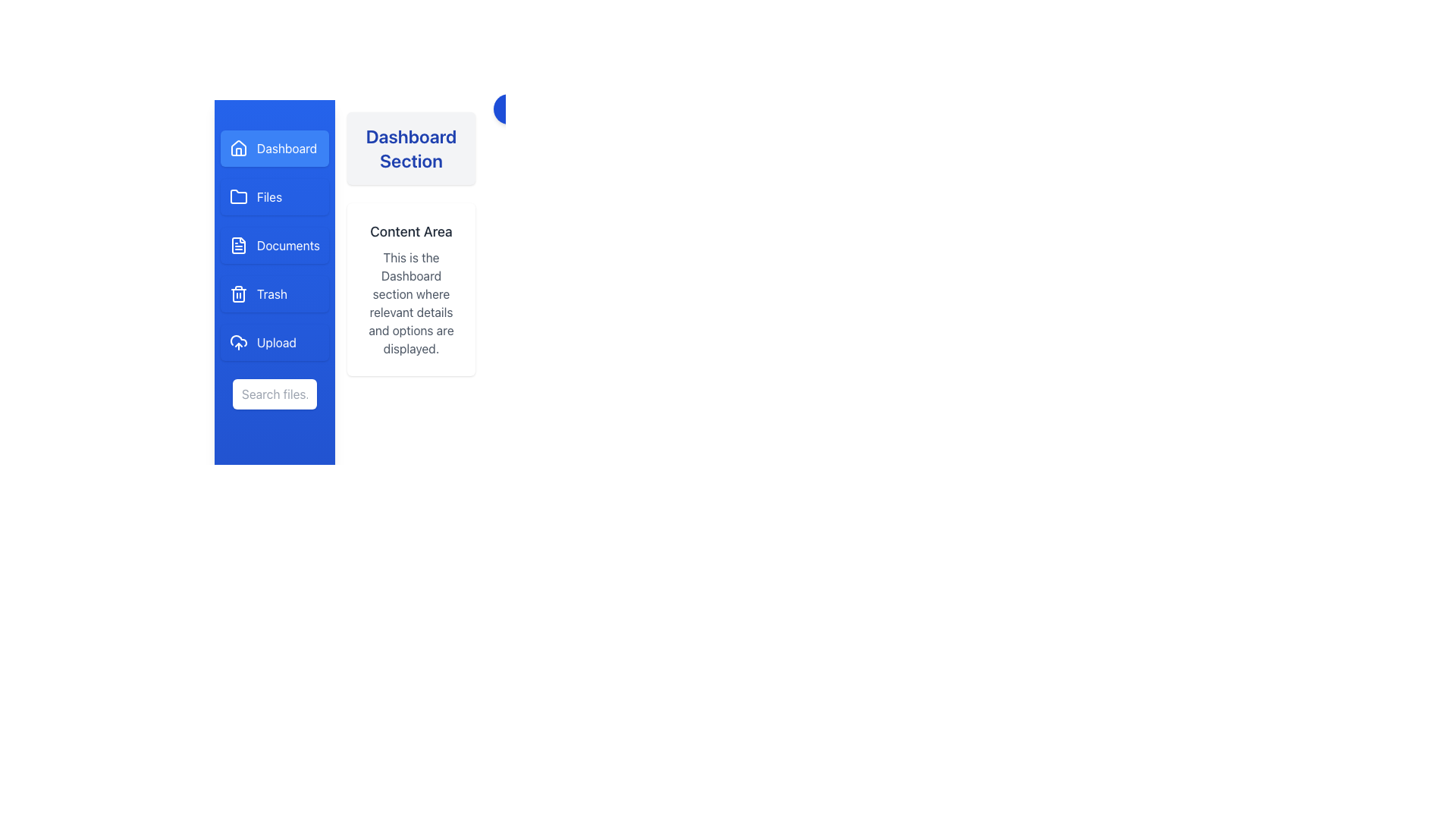 This screenshot has height=819, width=1456. What do you see at coordinates (275, 294) in the screenshot?
I see `the 'Trash' button, which is a rectangular button with a blue background and white rounded corners, located in the vertical menu on the left side of the interface` at bounding box center [275, 294].